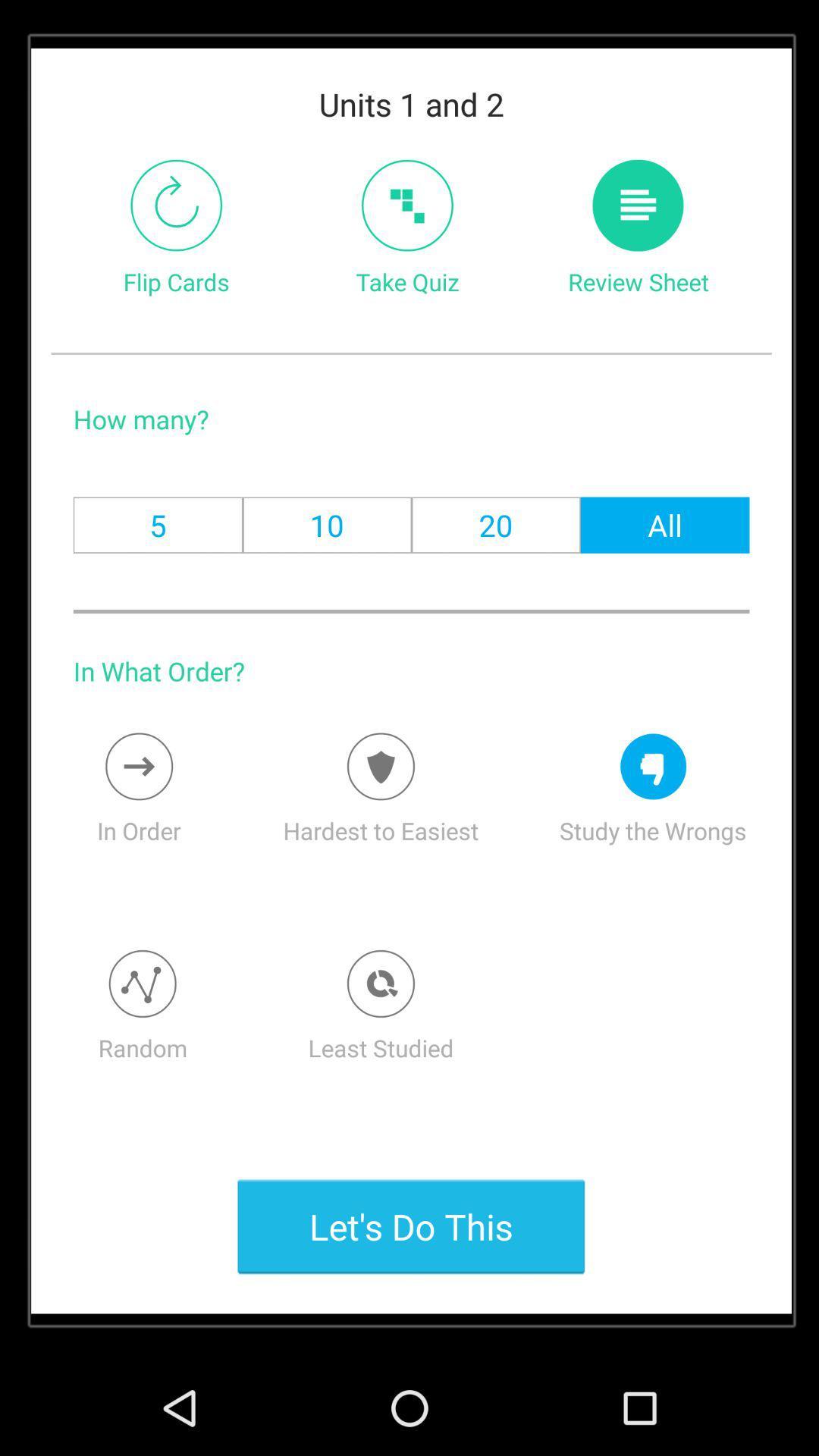  What do you see at coordinates (139, 767) in the screenshot?
I see `option` at bounding box center [139, 767].